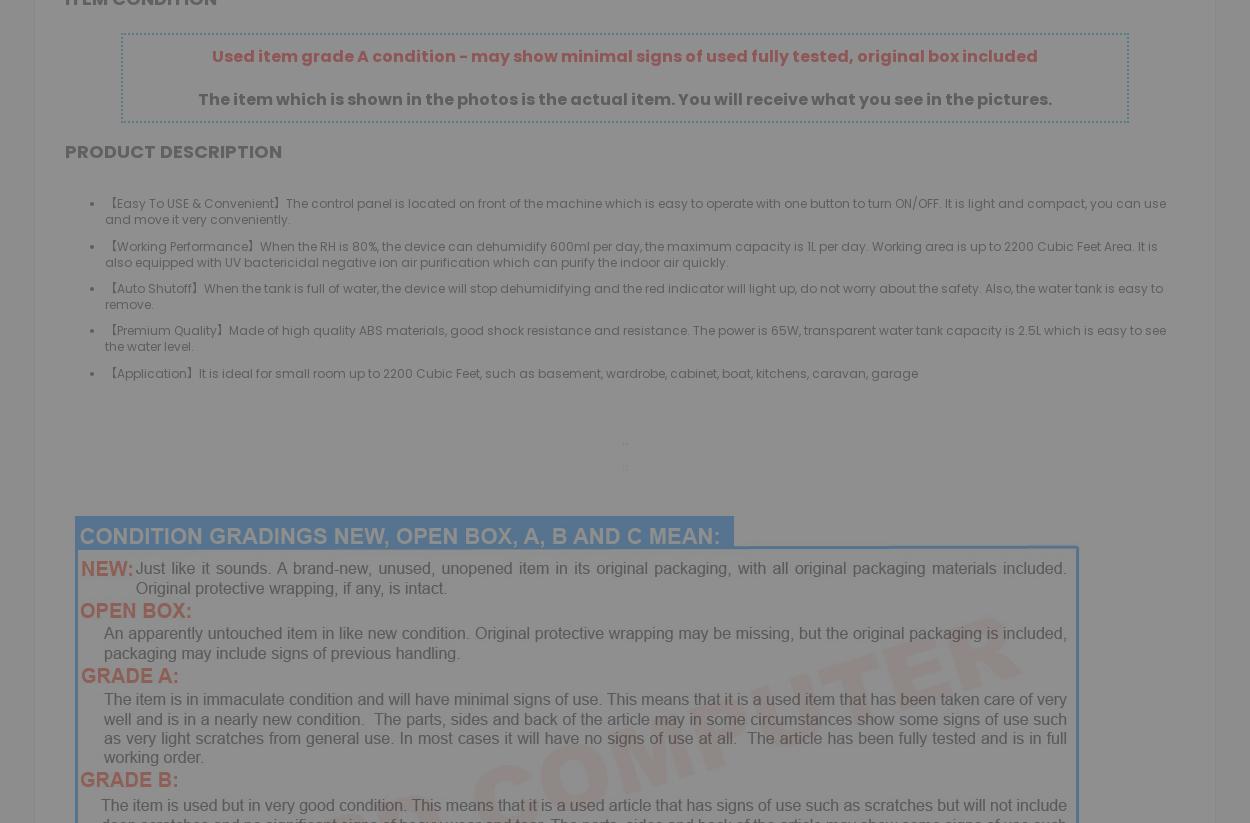 This screenshot has height=823, width=1250. Describe the element at coordinates (428, 193) in the screenshot. I see `'Tools'` at that location.